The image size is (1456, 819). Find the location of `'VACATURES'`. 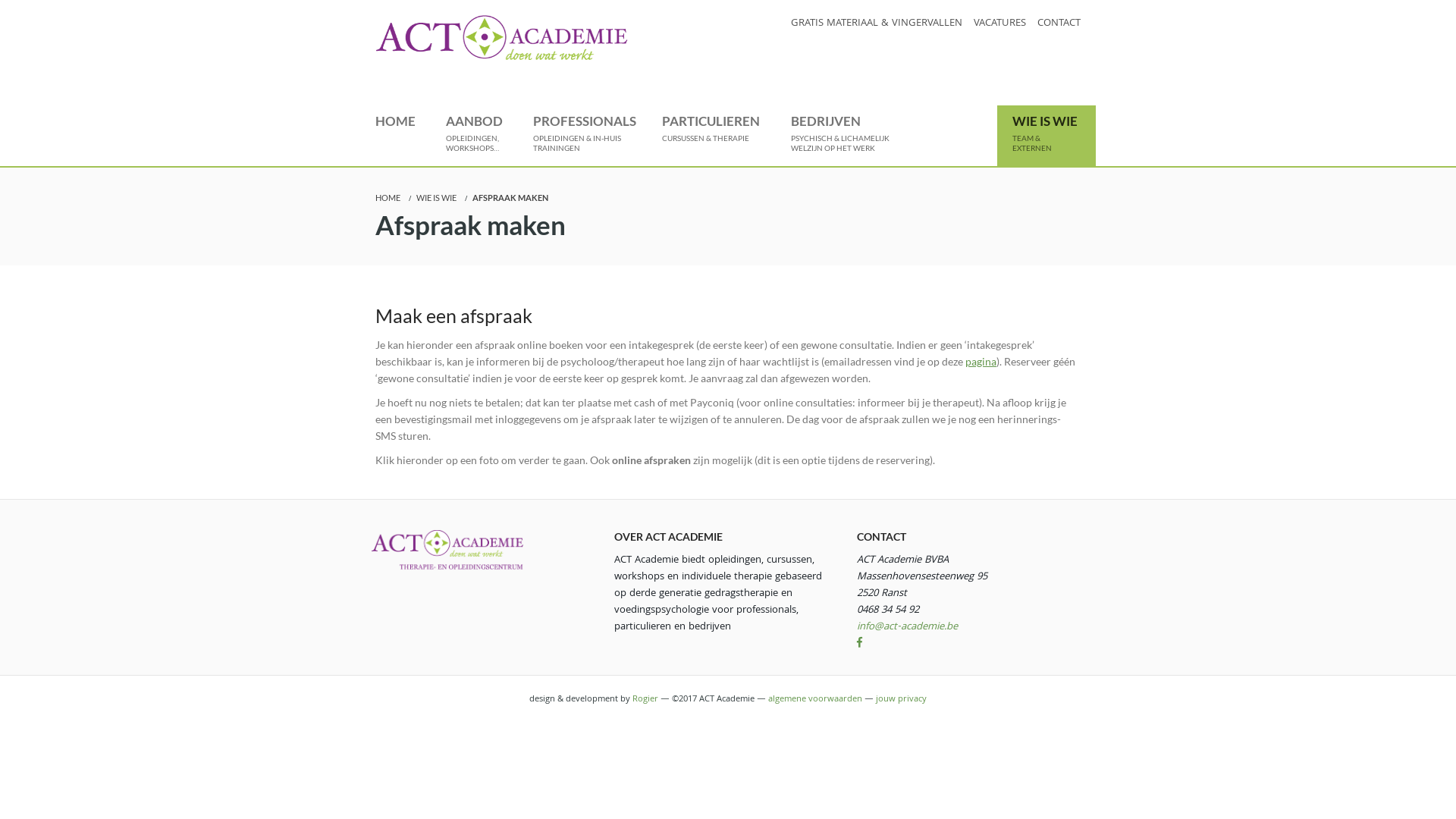

'VACATURES' is located at coordinates (999, 23).